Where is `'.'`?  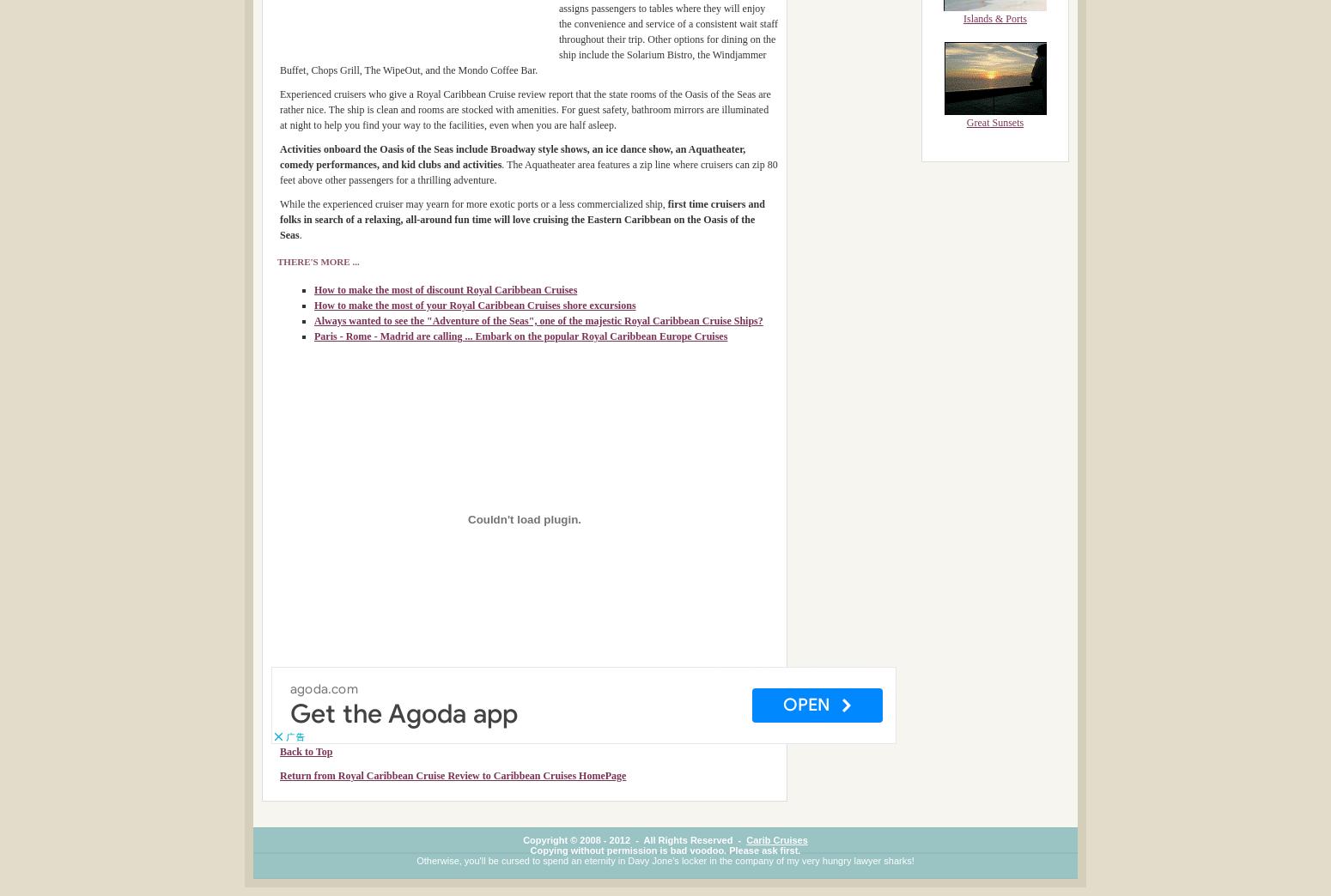 '.' is located at coordinates (301, 234).